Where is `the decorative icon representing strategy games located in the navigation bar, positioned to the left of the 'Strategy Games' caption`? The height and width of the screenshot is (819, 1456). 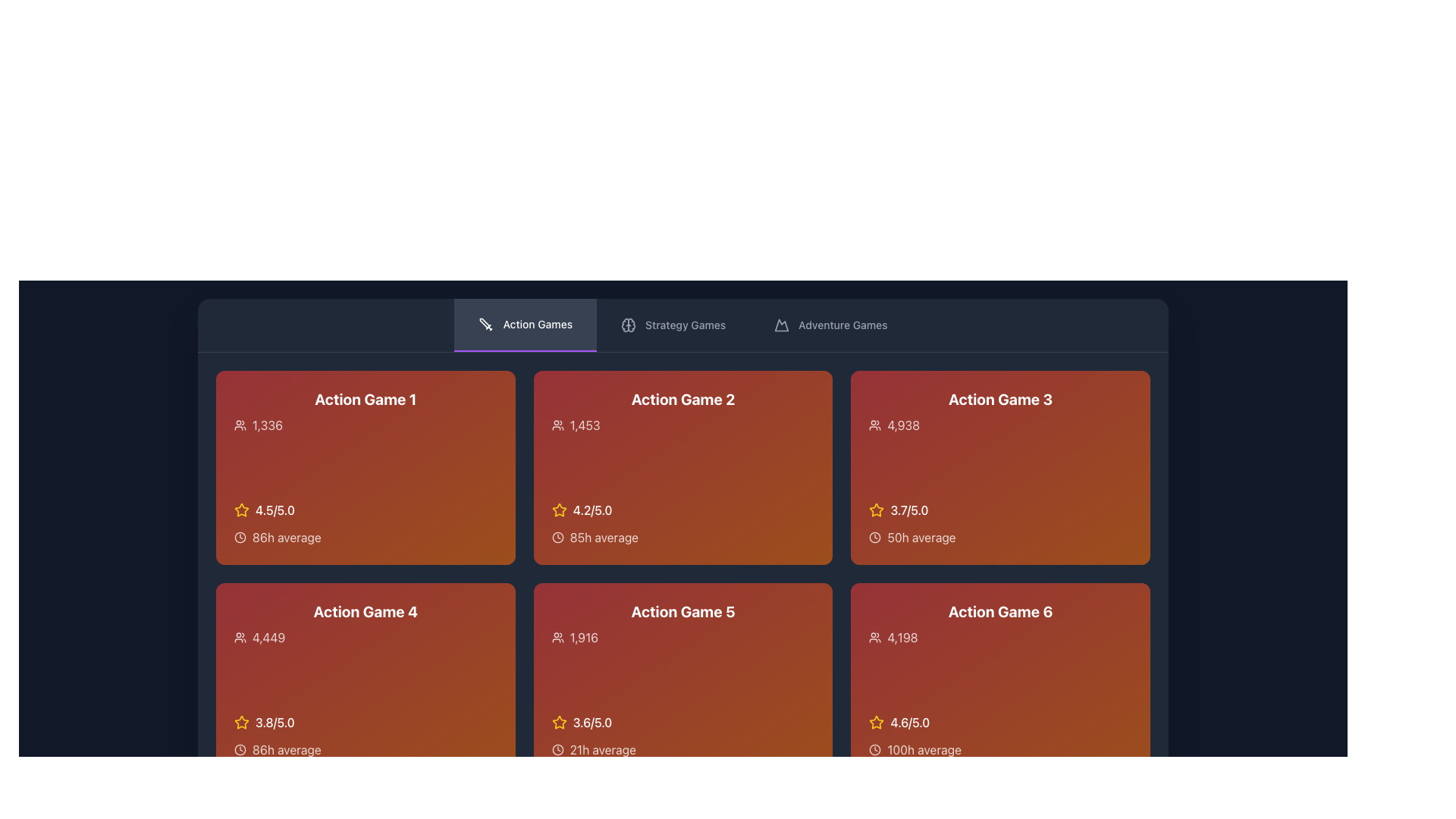
the decorative icon representing strategy games located in the navigation bar, positioned to the left of the 'Strategy Games' caption is located at coordinates (629, 324).